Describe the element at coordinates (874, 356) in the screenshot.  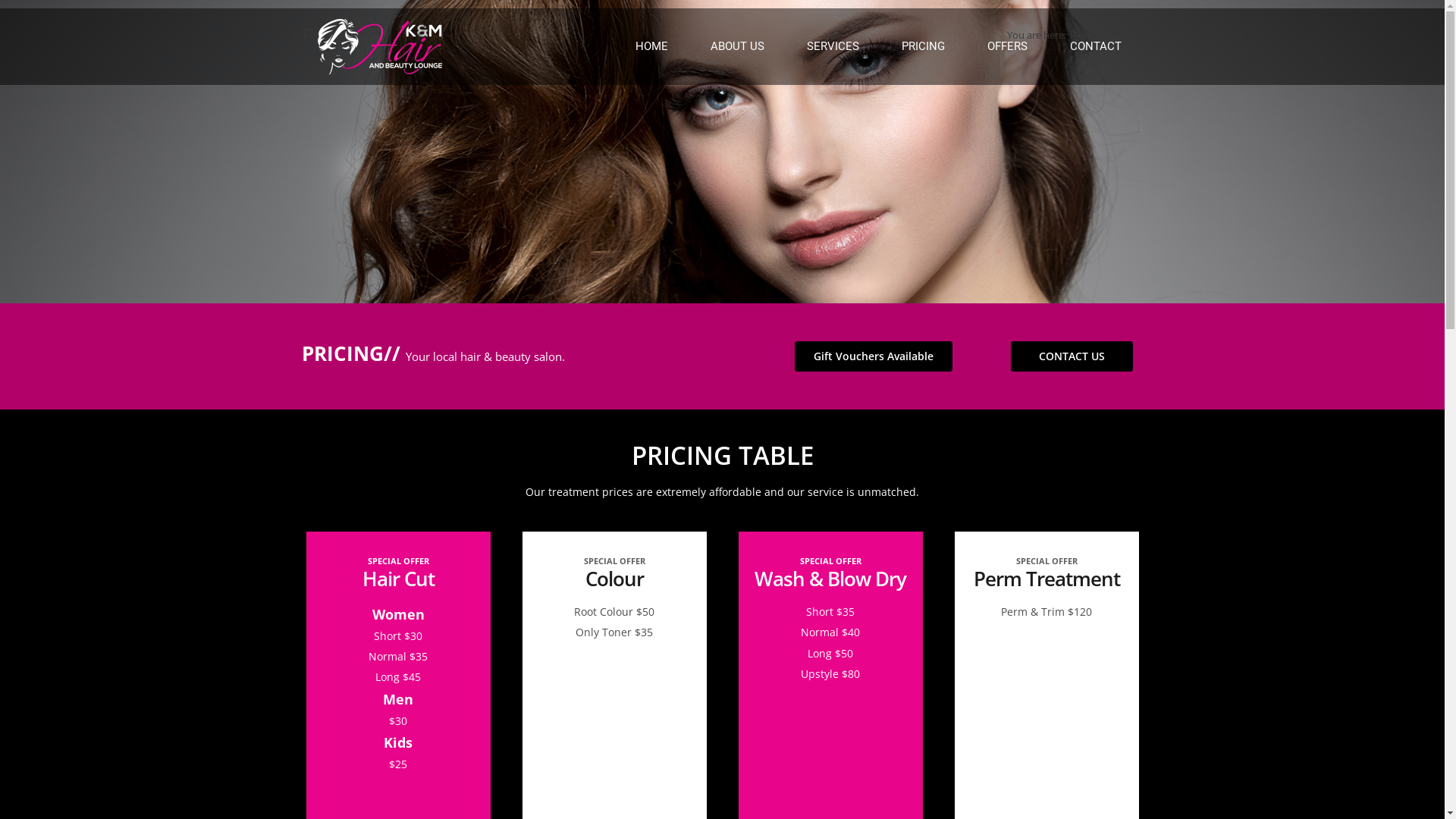
I see `'Gift Vouchers Available'` at that location.